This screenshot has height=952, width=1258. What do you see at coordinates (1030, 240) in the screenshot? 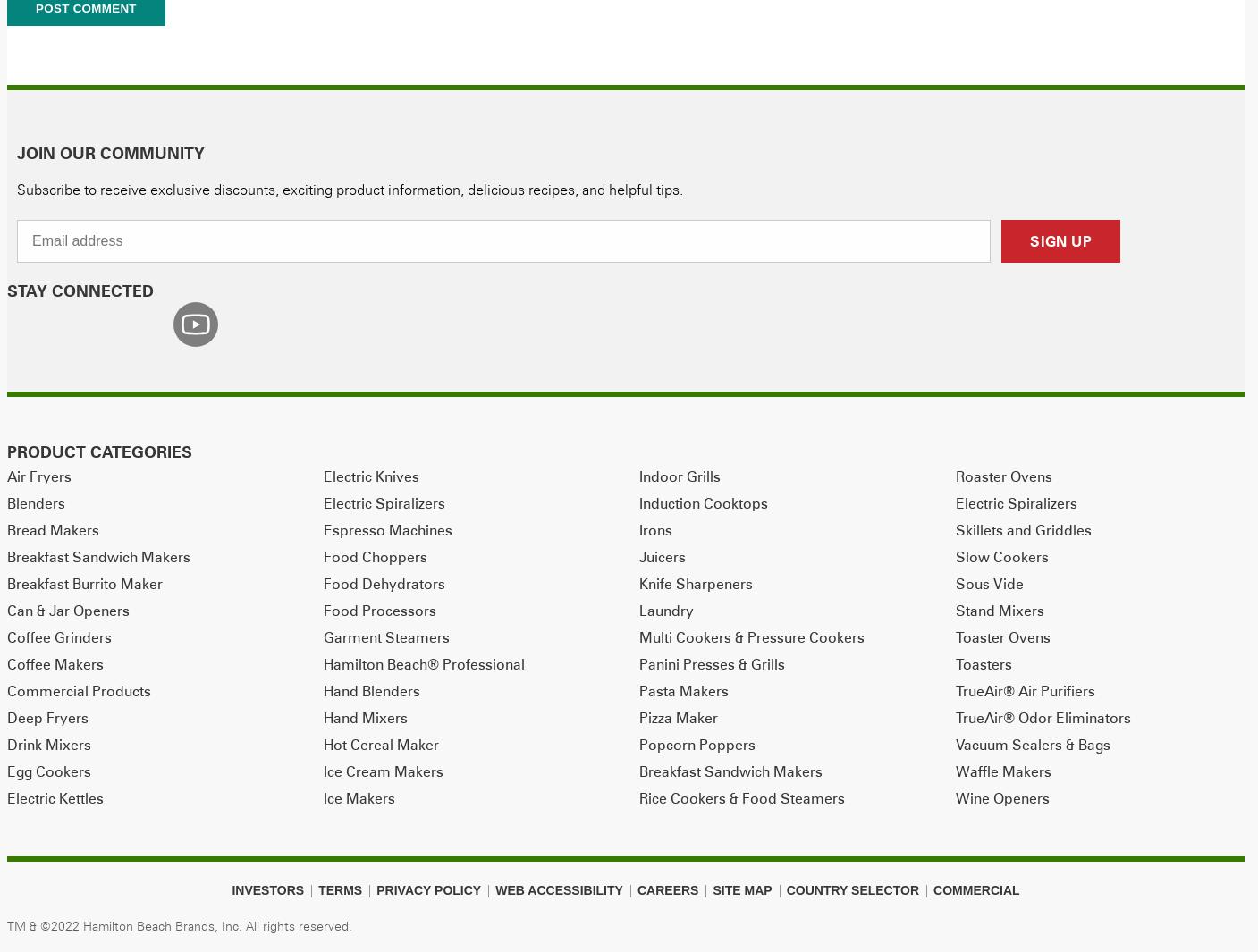
I see `'SIGN UP'` at bounding box center [1030, 240].